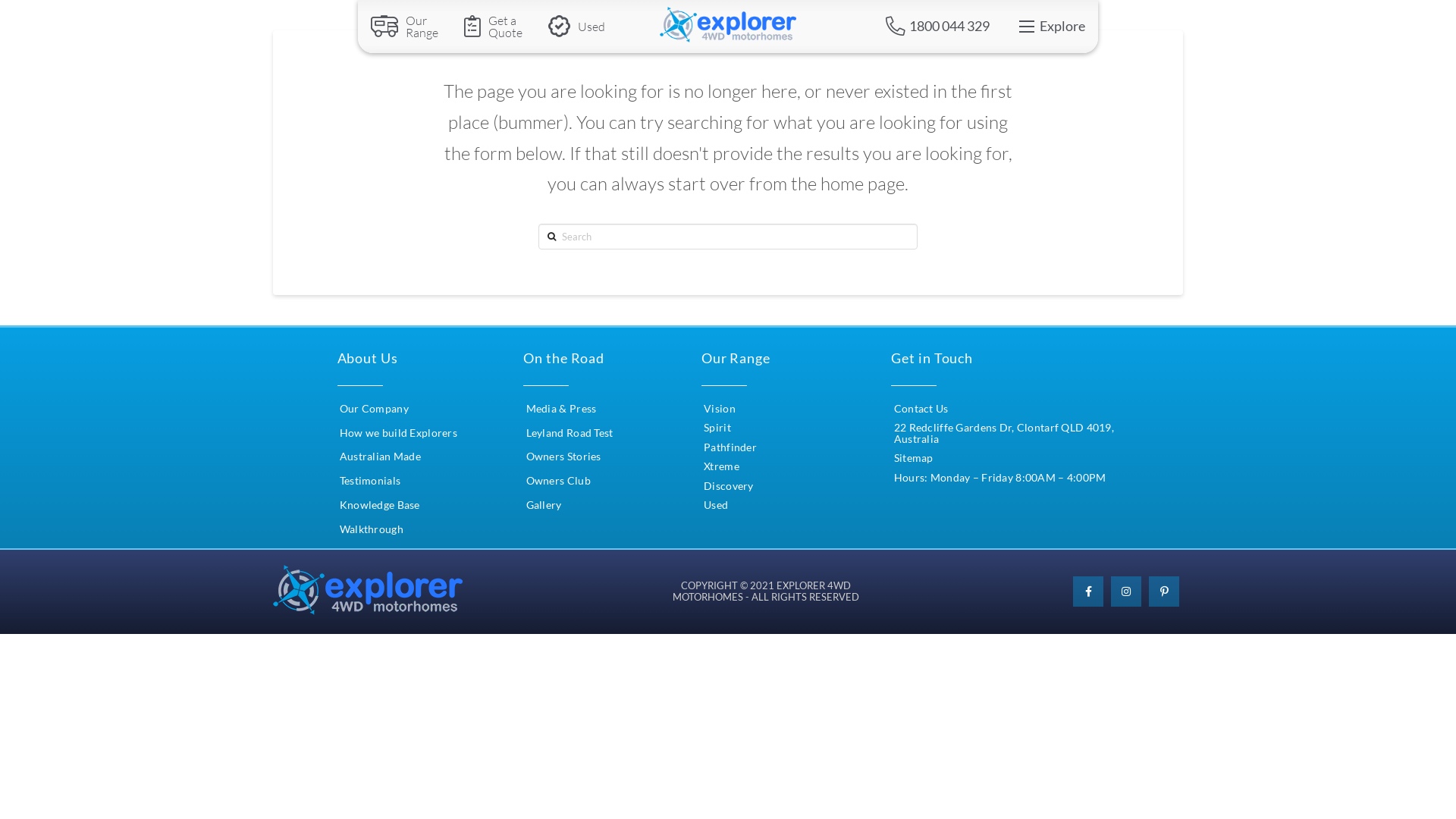 This screenshot has width=1456, height=819. I want to click on 'Used', so click(715, 505).